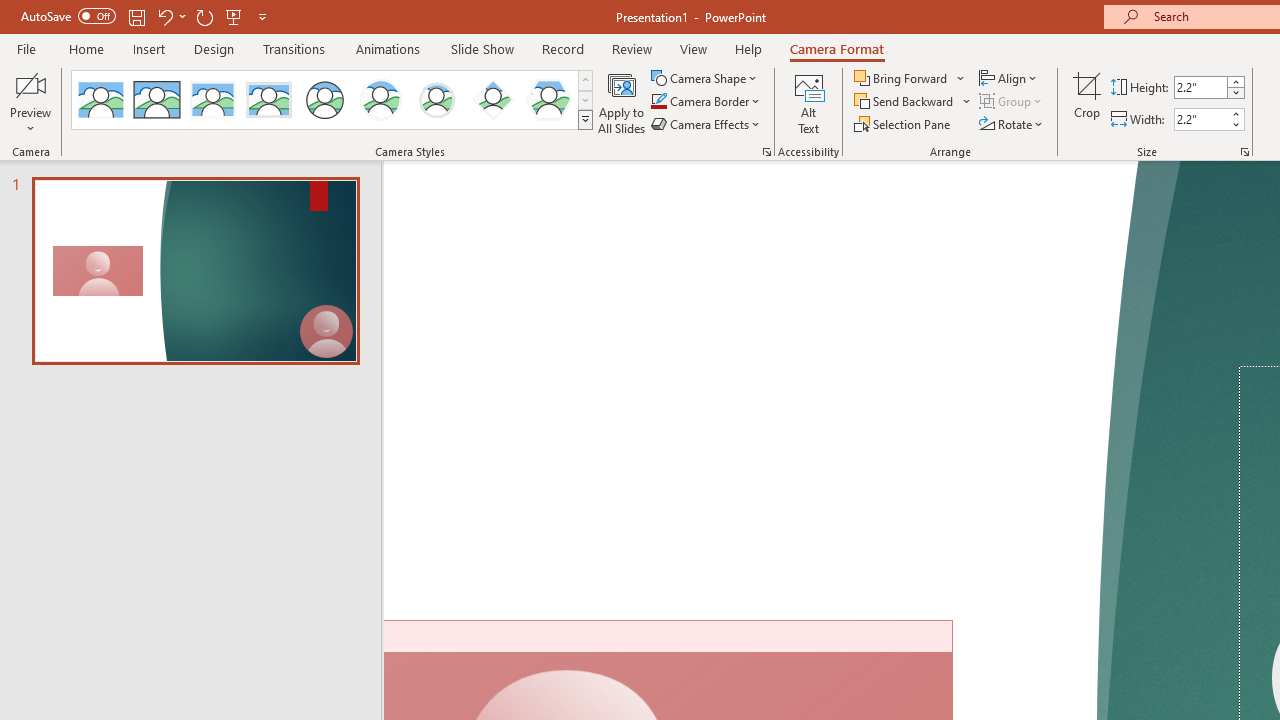 The width and height of the screenshot is (1280, 720). I want to click on 'Center Shadow Circle', so click(381, 100).